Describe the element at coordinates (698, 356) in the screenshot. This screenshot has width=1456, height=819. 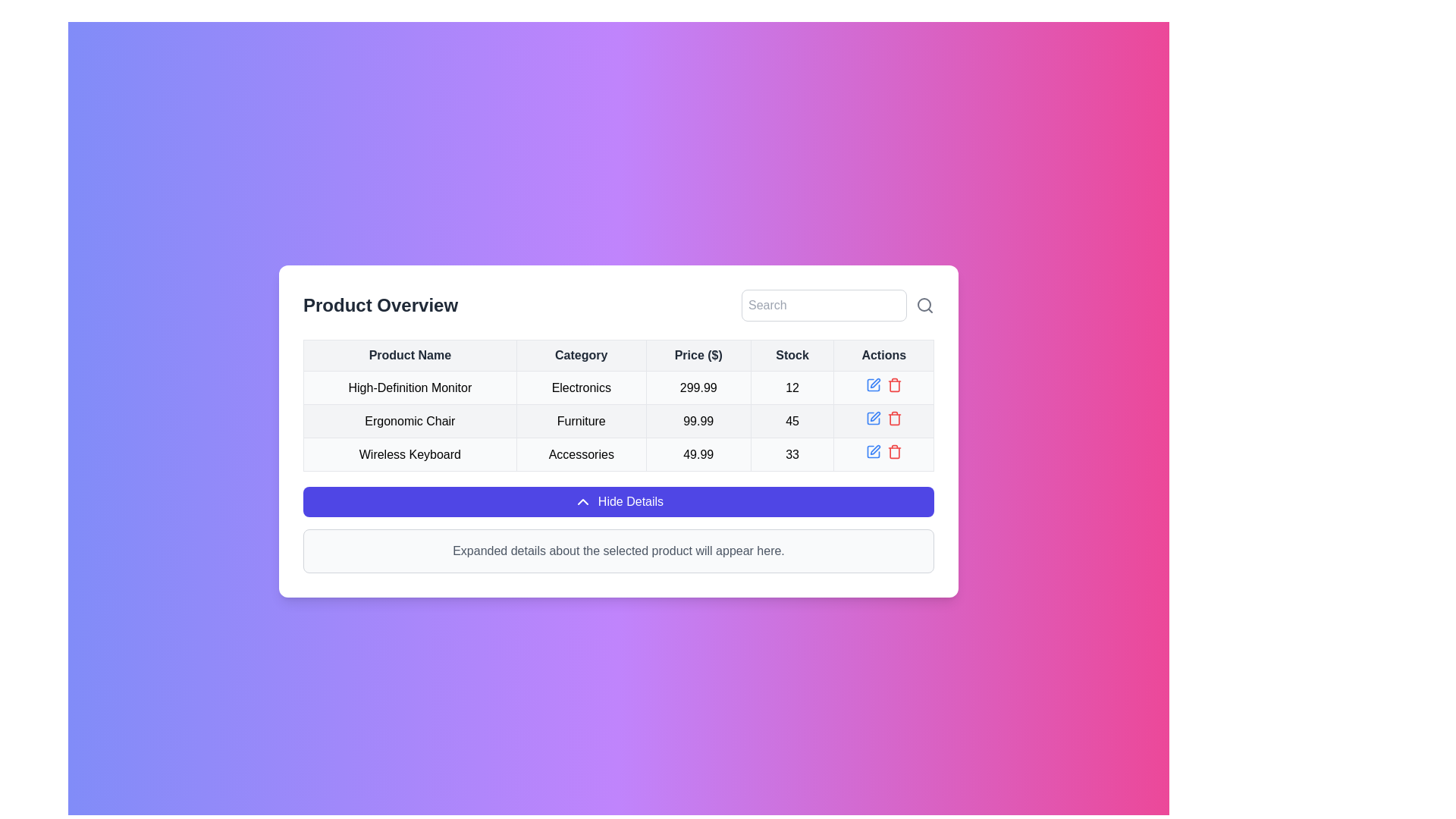
I see `the 'Price ($)' column header in the table, which is the third column positioned between 'Category' and 'Stock'` at that location.